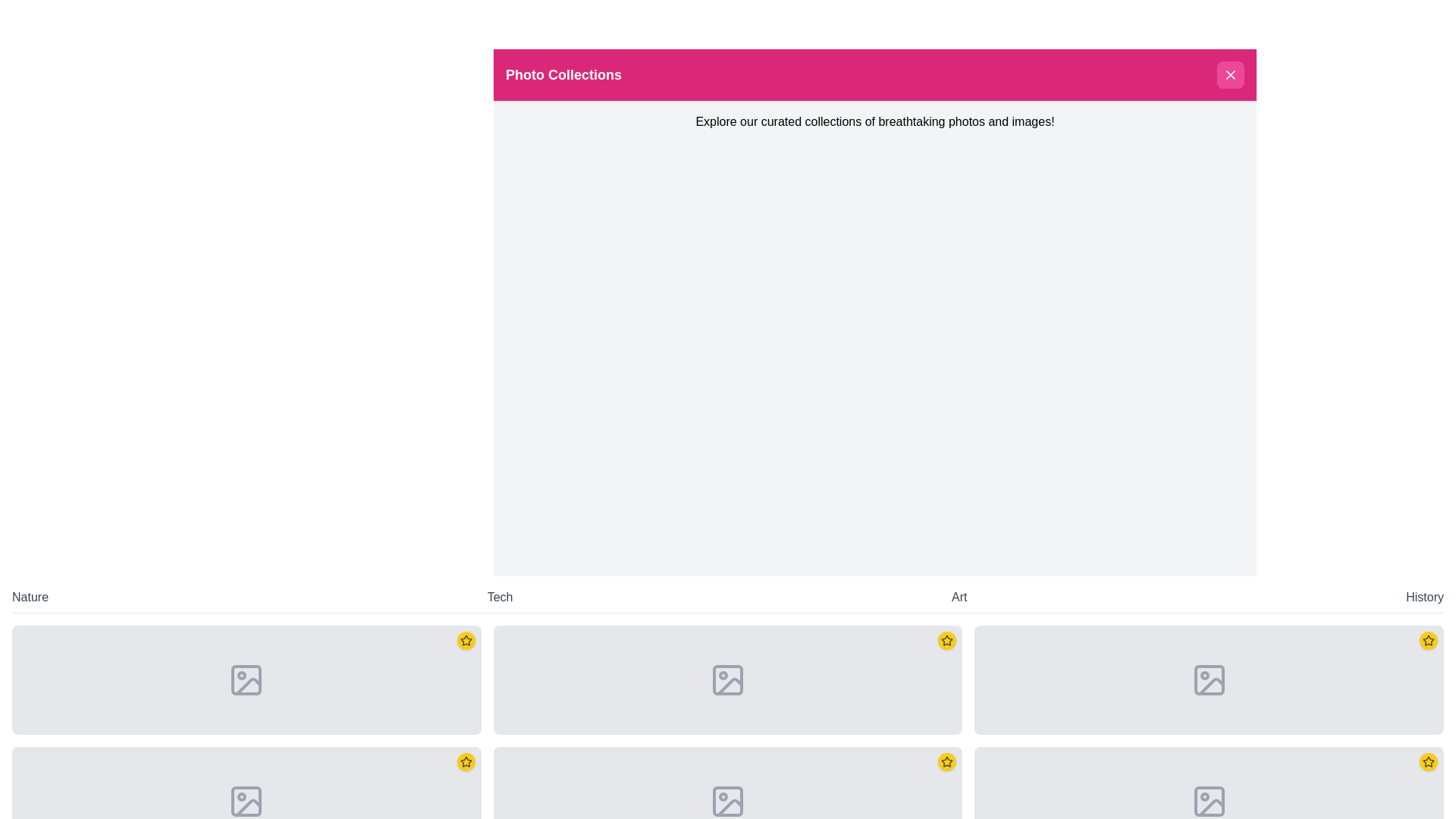 This screenshot has height=819, width=1456. What do you see at coordinates (1207, 679) in the screenshot?
I see `the landscape icon with rounded corners in the second box of the third column under the 'Art' header` at bounding box center [1207, 679].